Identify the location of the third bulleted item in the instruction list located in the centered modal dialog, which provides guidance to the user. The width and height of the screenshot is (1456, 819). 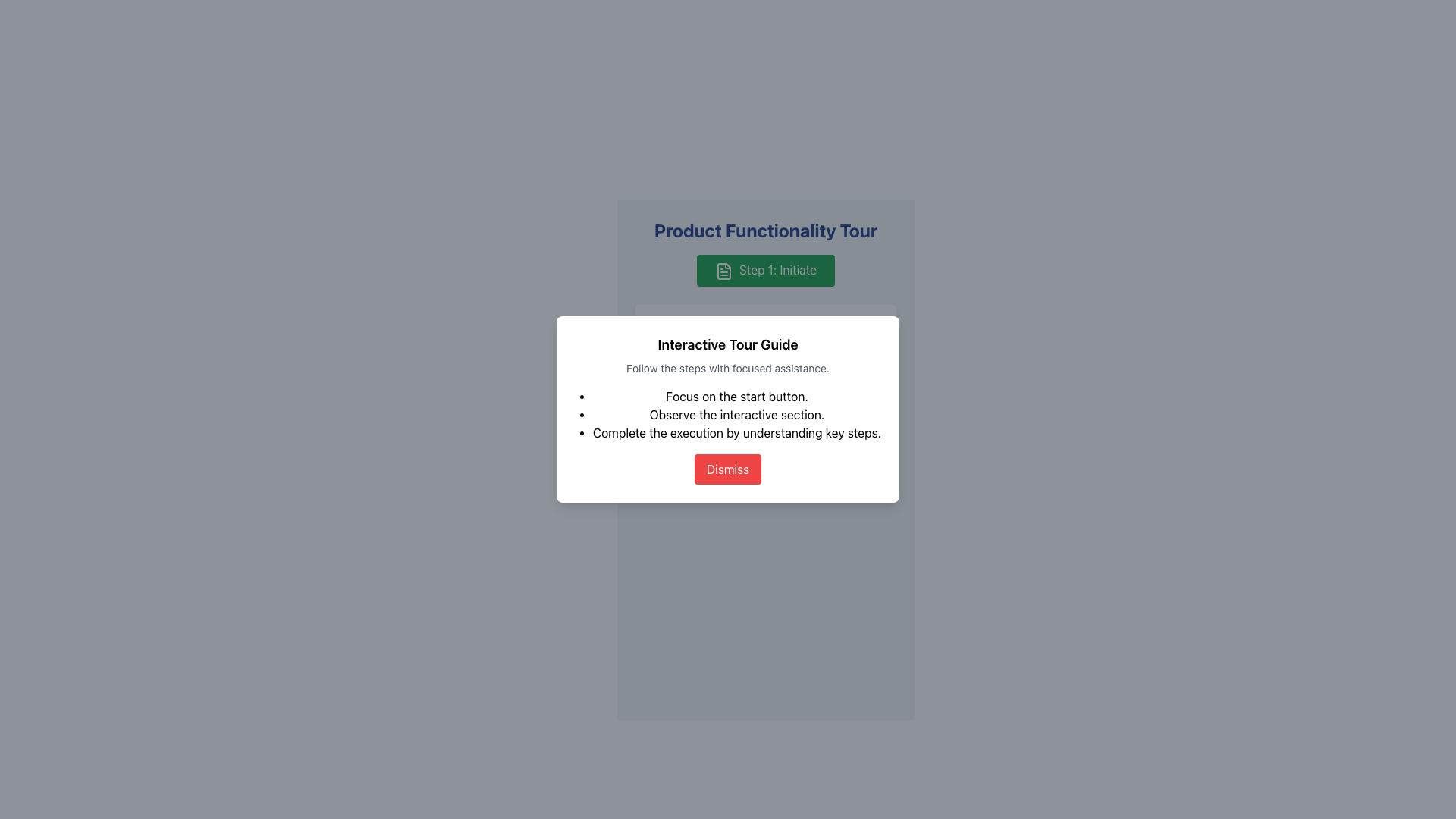
(736, 432).